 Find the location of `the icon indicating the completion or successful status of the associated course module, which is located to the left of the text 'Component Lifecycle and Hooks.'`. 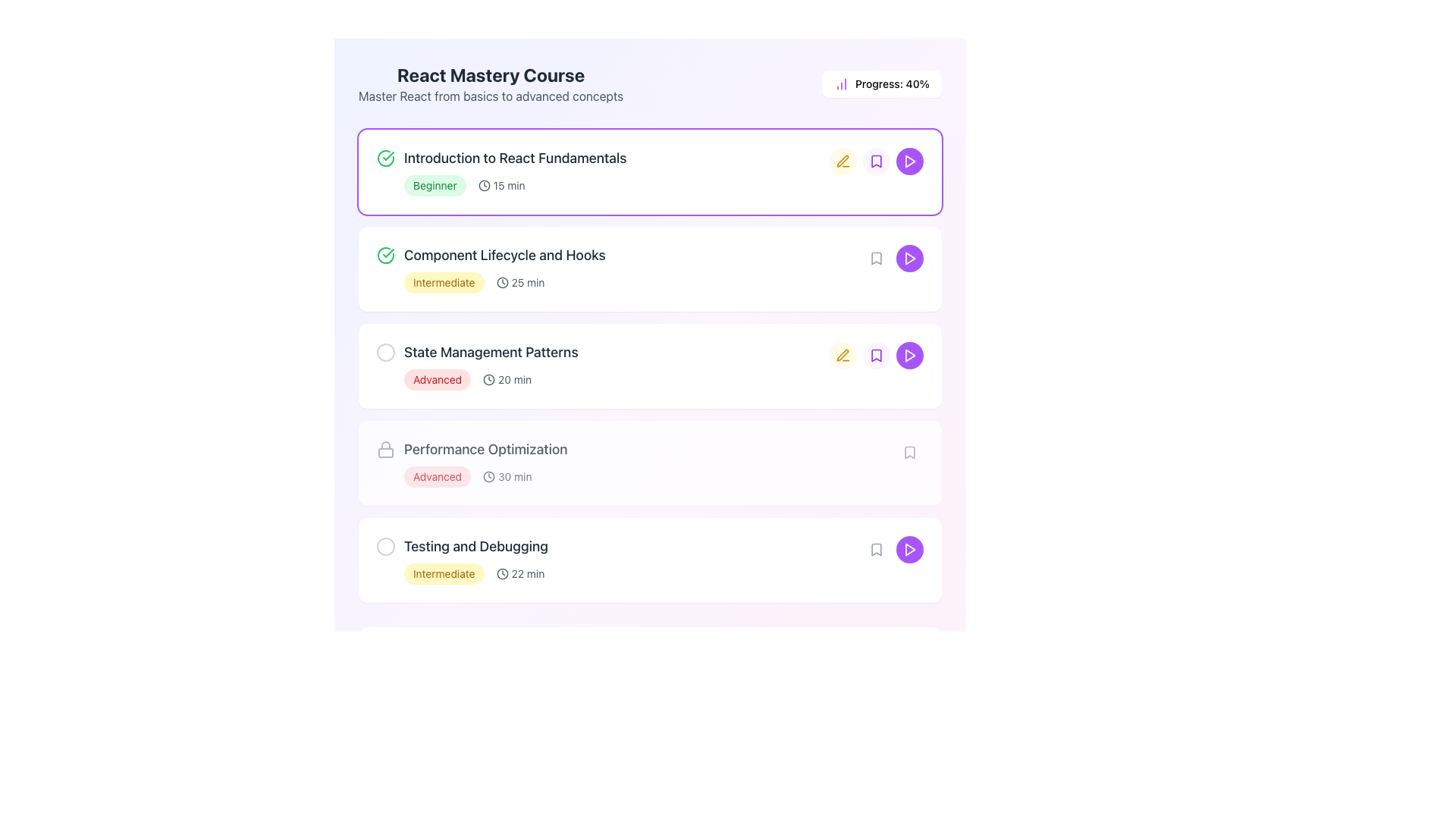

the icon indicating the completion or successful status of the associated course module, which is located to the left of the text 'Component Lifecycle and Hooks.' is located at coordinates (385, 254).